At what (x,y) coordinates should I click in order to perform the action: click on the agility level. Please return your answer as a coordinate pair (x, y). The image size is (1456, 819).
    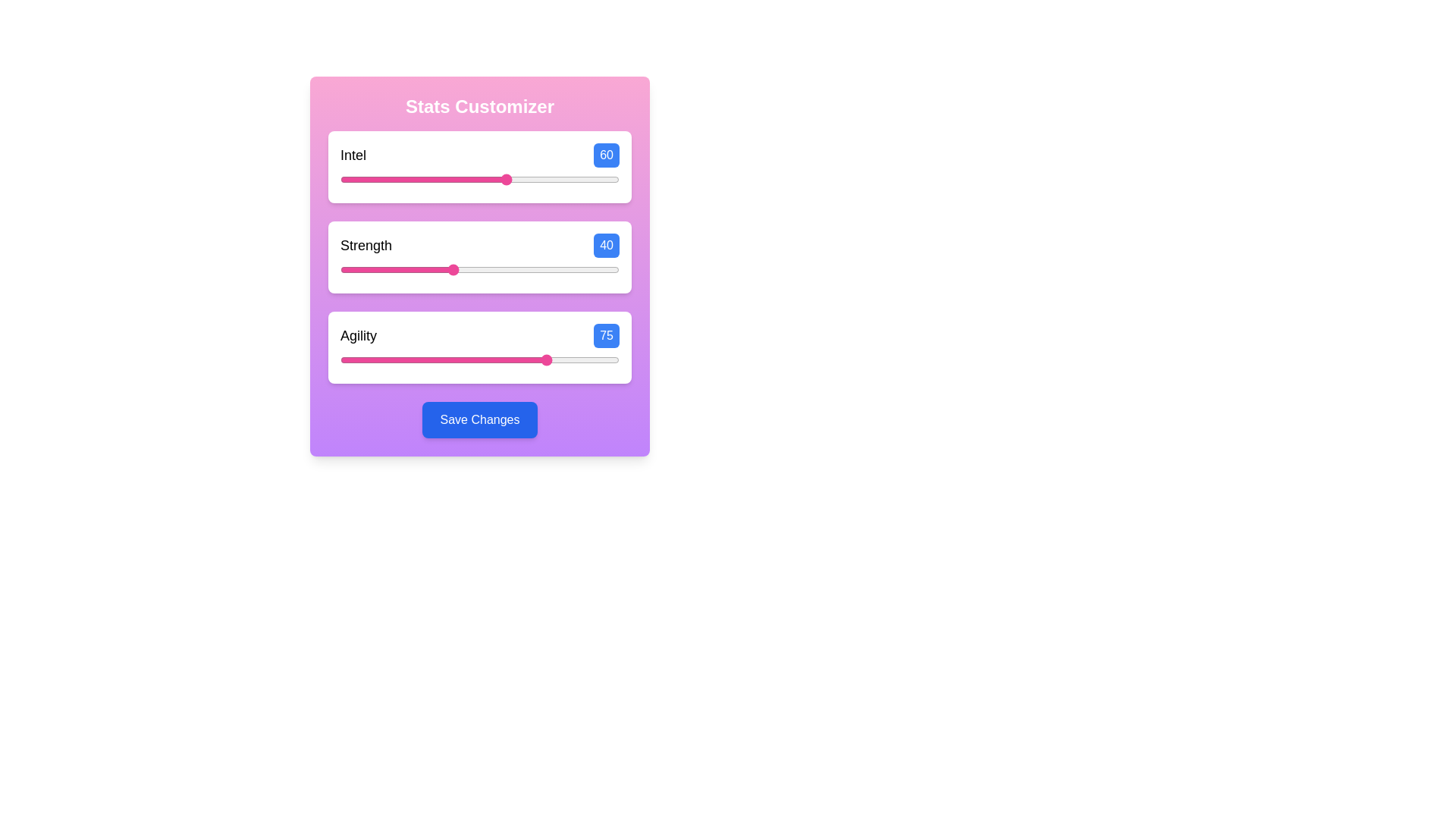
    Looking at the image, I should click on (435, 359).